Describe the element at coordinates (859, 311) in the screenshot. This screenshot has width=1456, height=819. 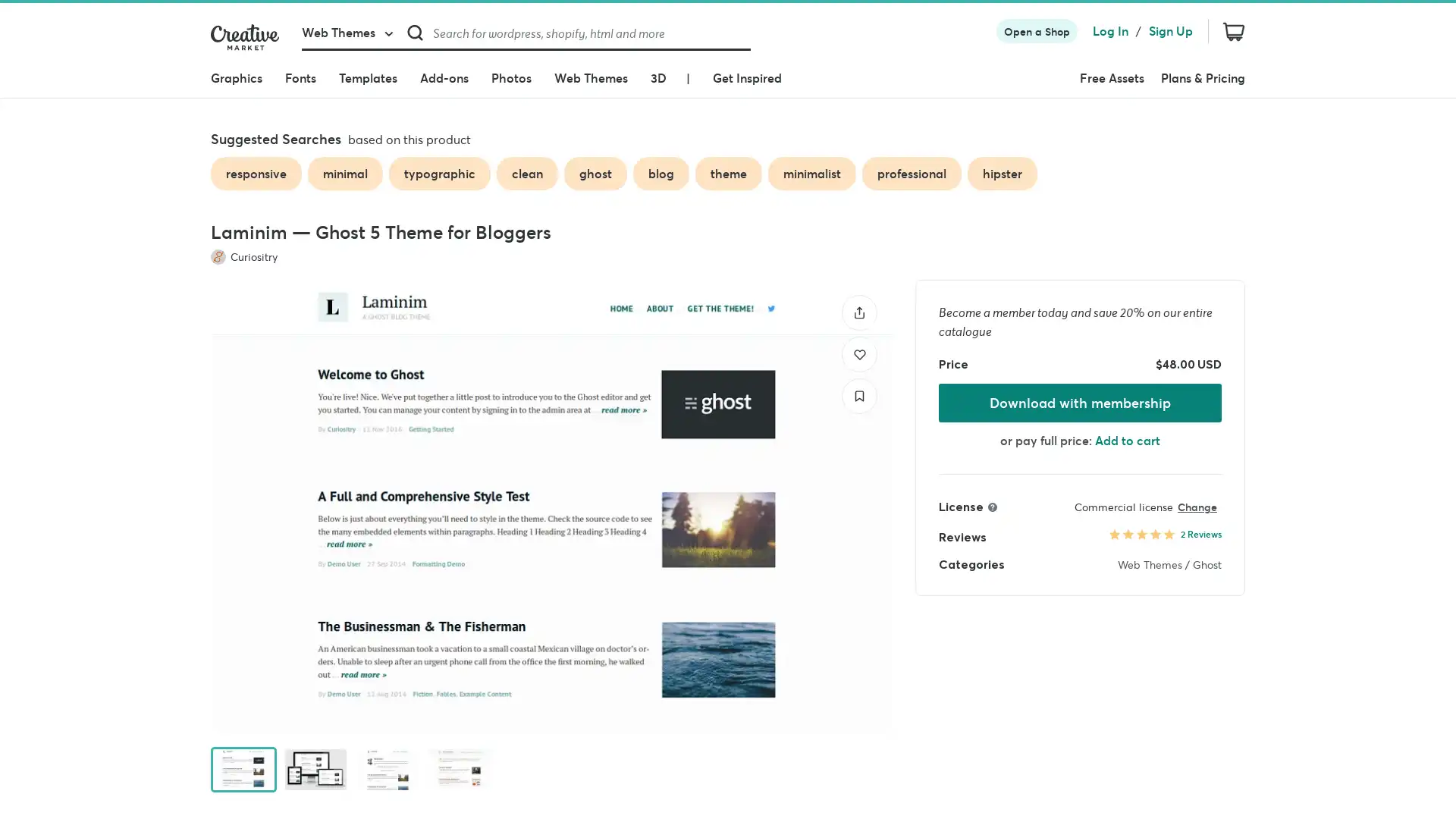
I see `Share` at that location.